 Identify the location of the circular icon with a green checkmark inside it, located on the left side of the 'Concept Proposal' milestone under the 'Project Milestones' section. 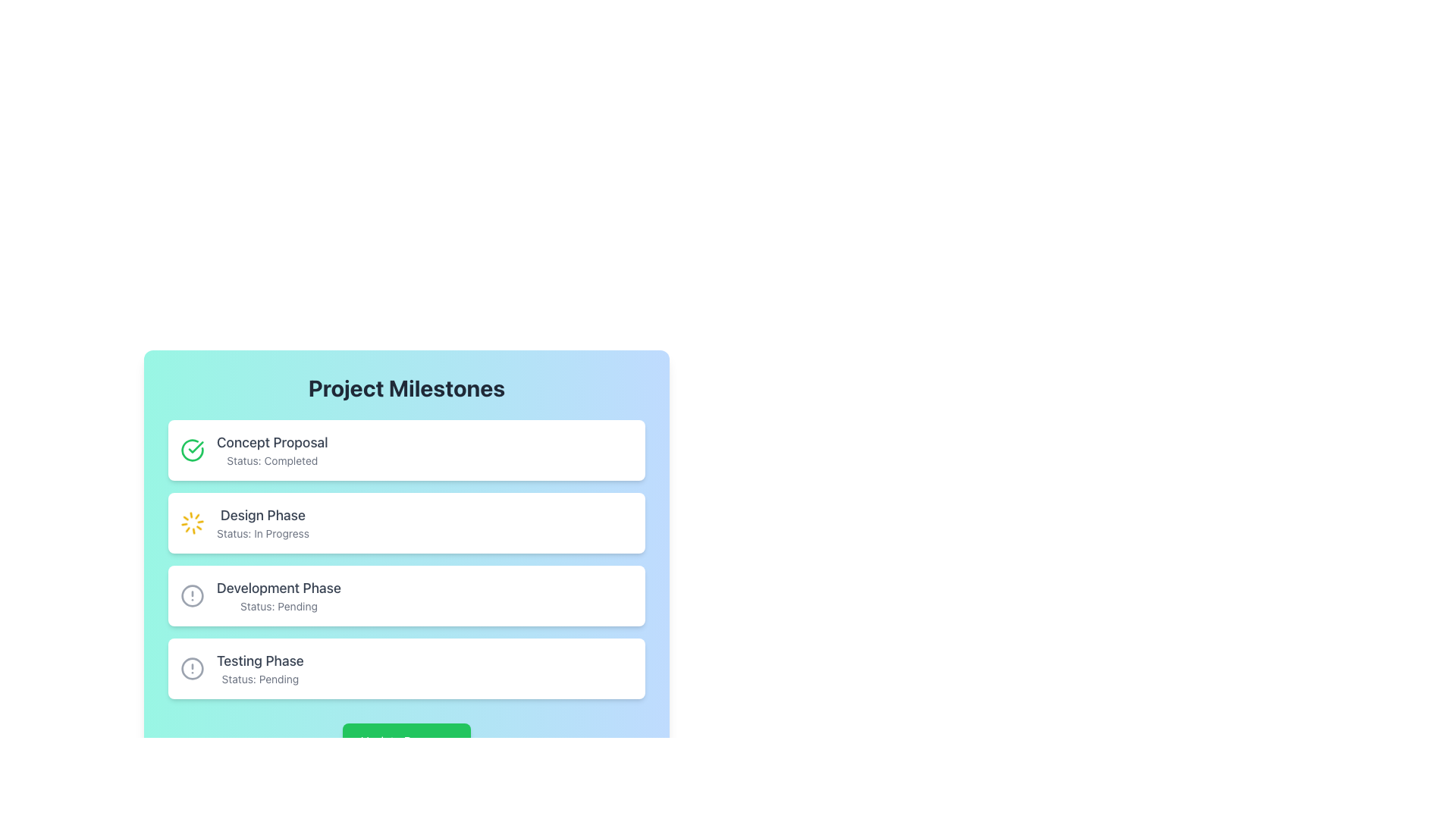
(192, 450).